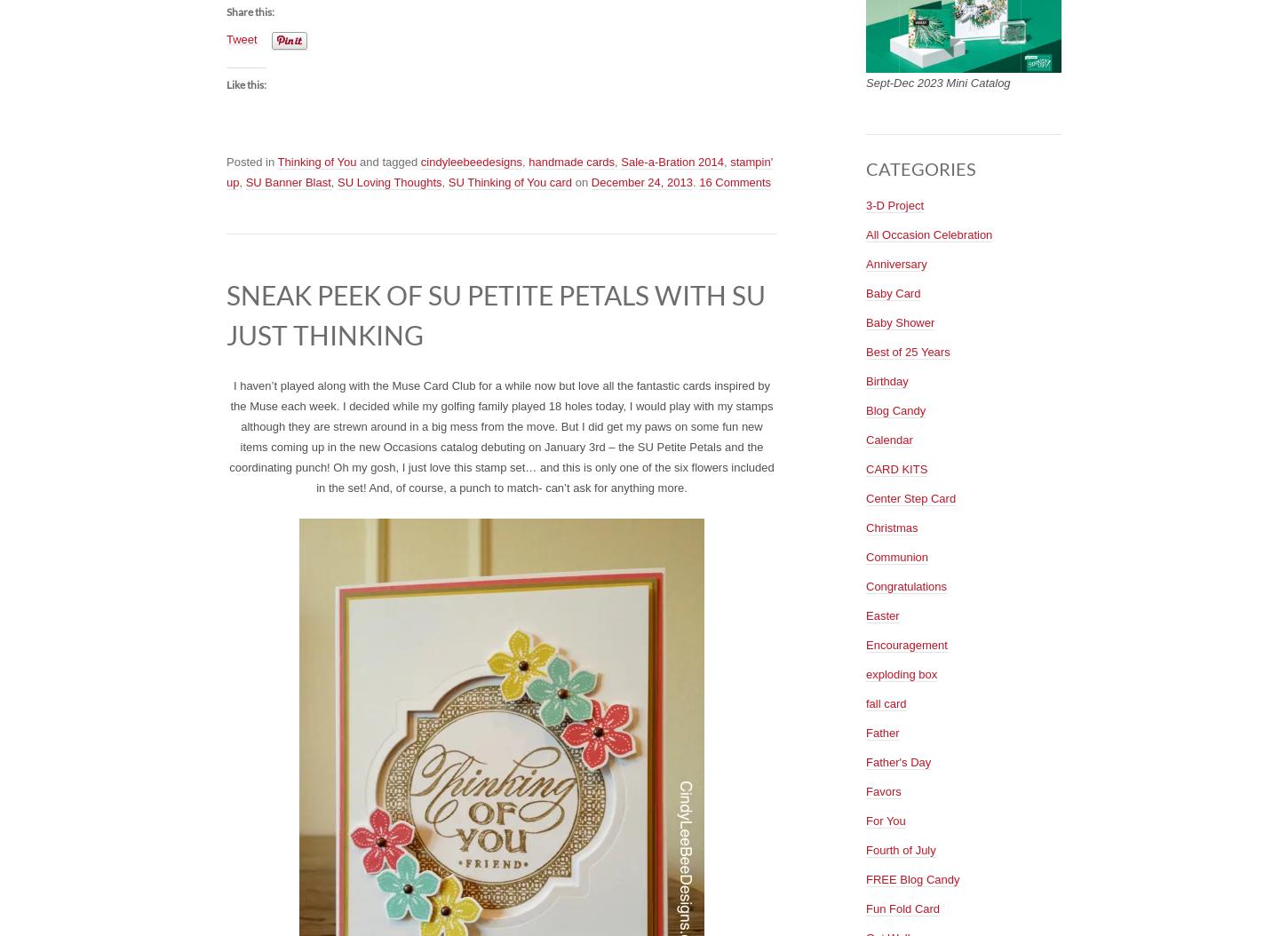 Image resolution: width=1288 pixels, height=936 pixels. What do you see at coordinates (251, 160) in the screenshot?
I see `'Posted in'` at bounding box center [251, 160].